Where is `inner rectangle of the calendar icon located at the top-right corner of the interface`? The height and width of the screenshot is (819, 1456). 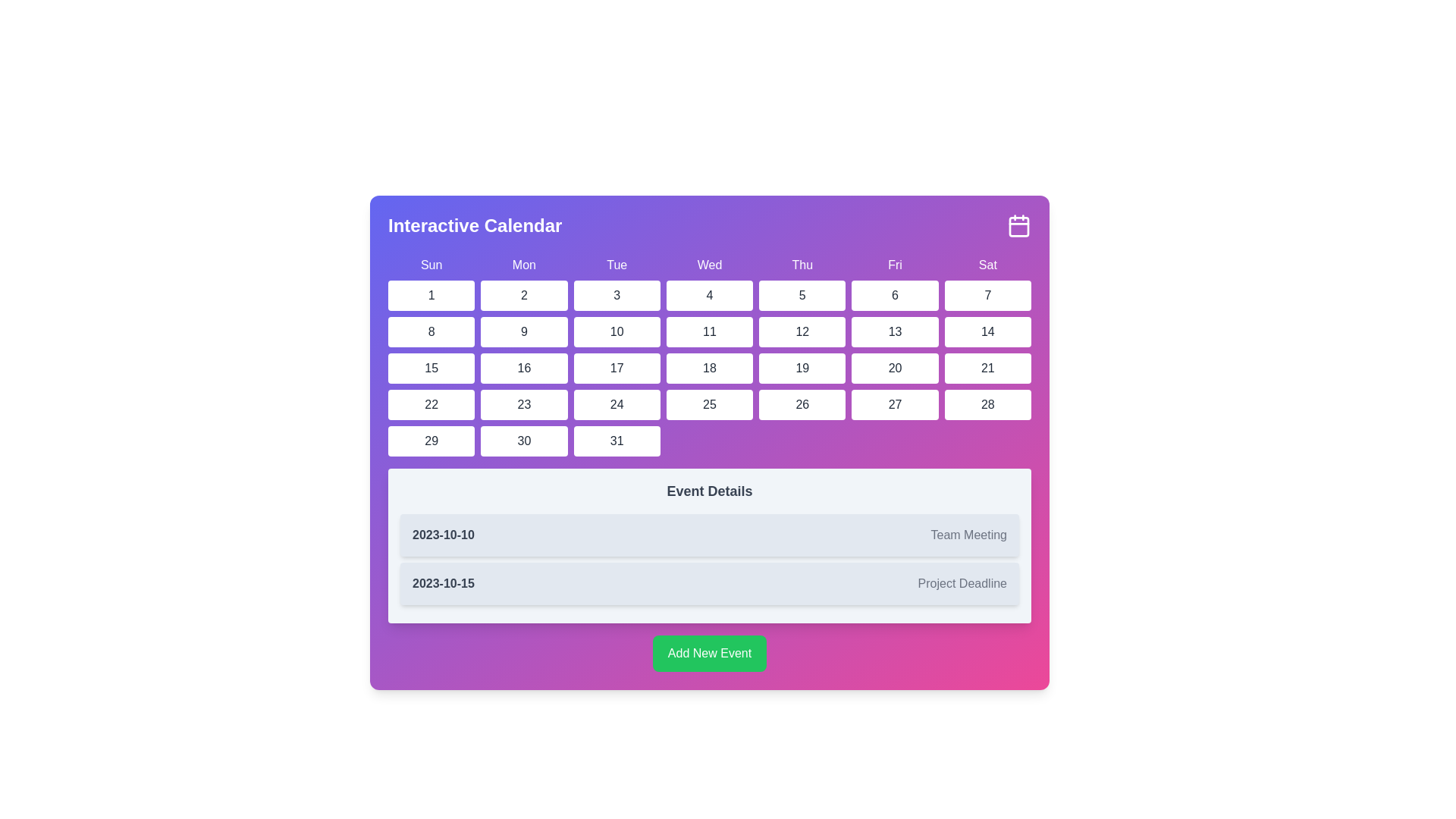
inner rectangle of the calendar icon located at the top-right corner of the interface is located at coordinates (1019, 227).